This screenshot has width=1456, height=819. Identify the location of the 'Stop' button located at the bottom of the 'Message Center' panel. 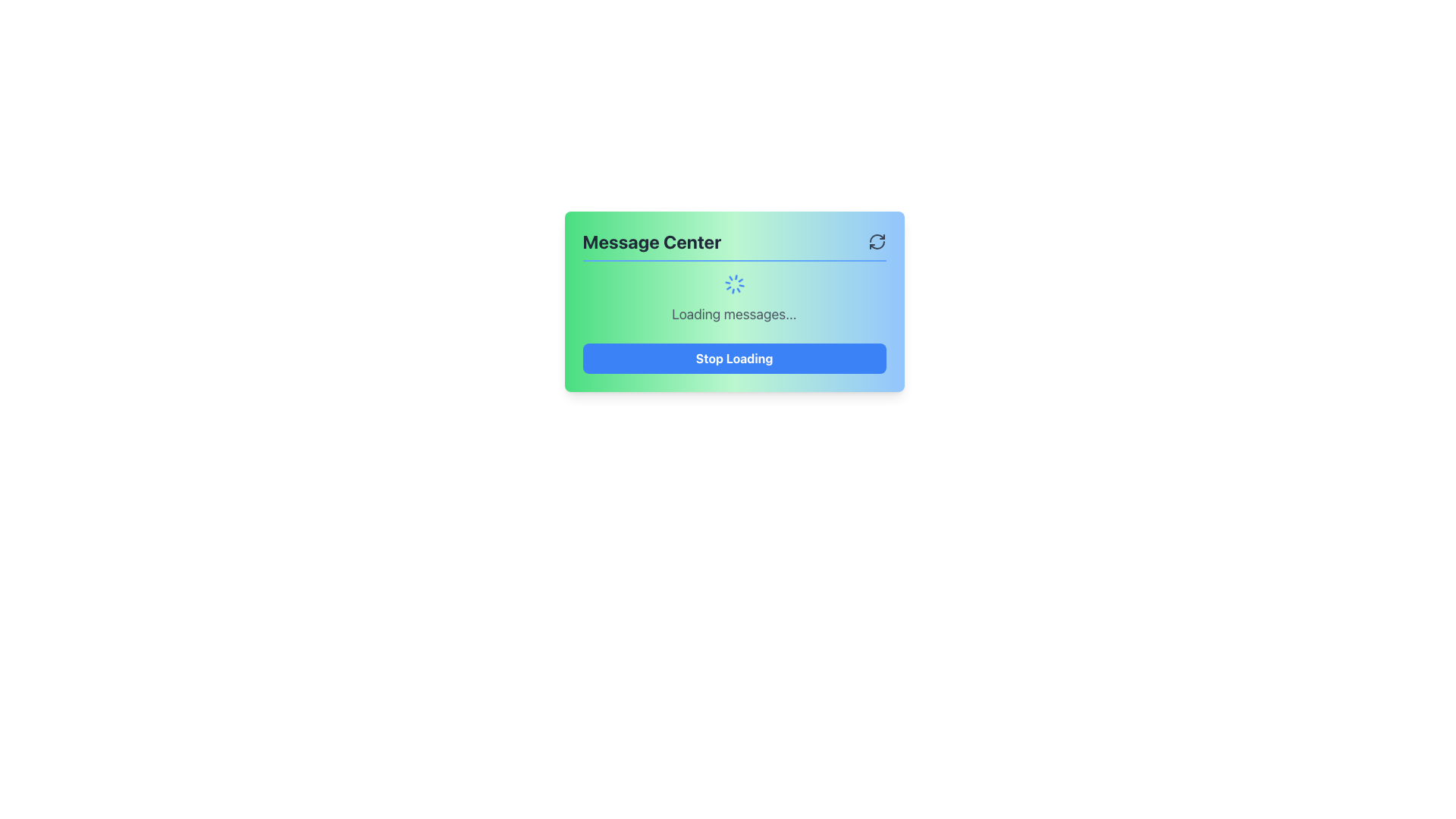
(734, 359).